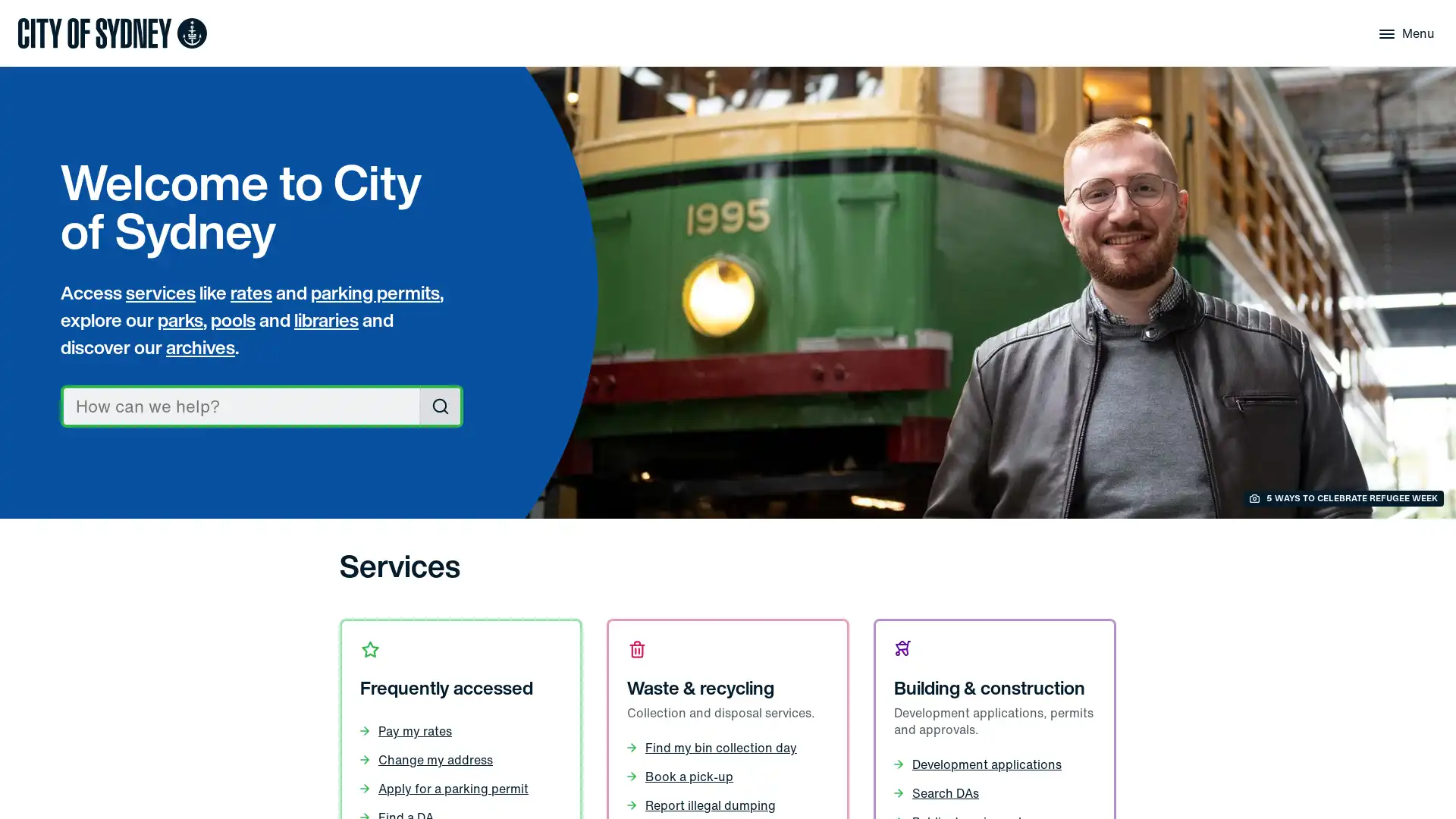 The height and width of the screenshot is (819, 1456). What do you see at coordinates (1404, 33) in the screenshot?
I see `Menu` at bounding box center [1404, 33].